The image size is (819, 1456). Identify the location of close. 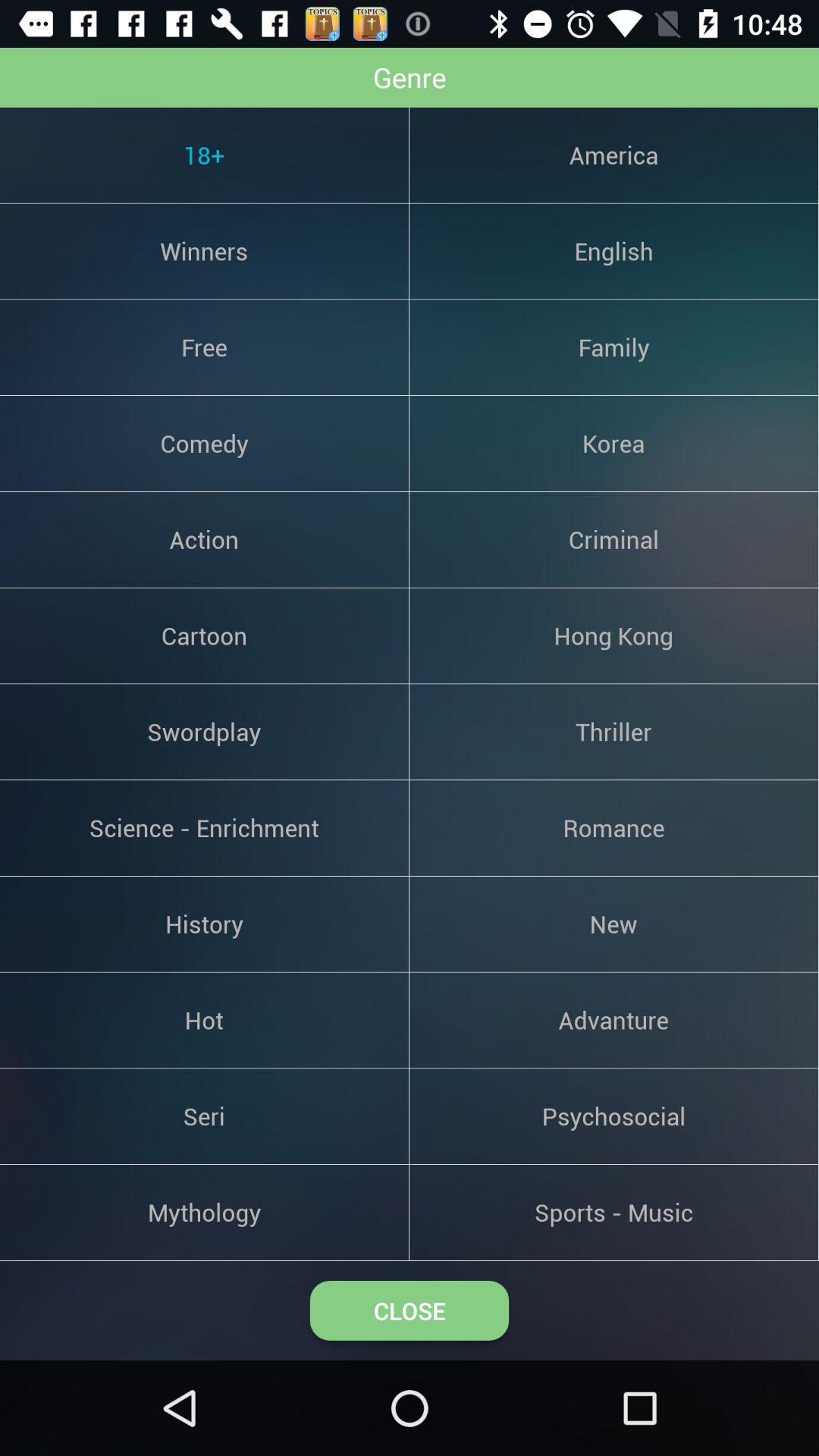
(409, 1310).